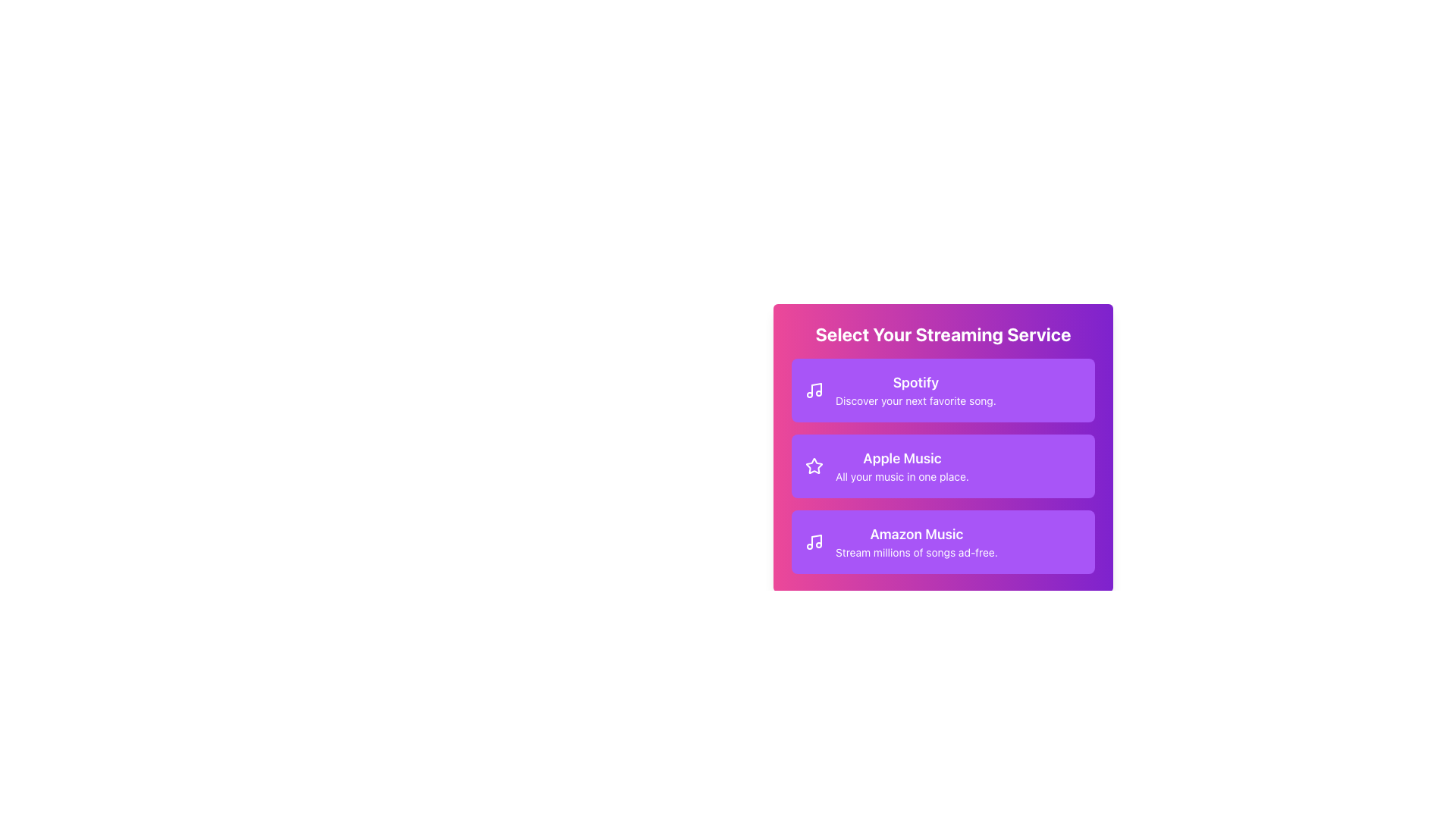 Image resolution: width=1456 pixels, height=819 pixels. Describe the element at coordinates (942, 465) in the screenshot. I see `the 'Apple Music' button, which is the second card within a vertical list of three options in the 'Select Your Streaming Service' section` at that location.